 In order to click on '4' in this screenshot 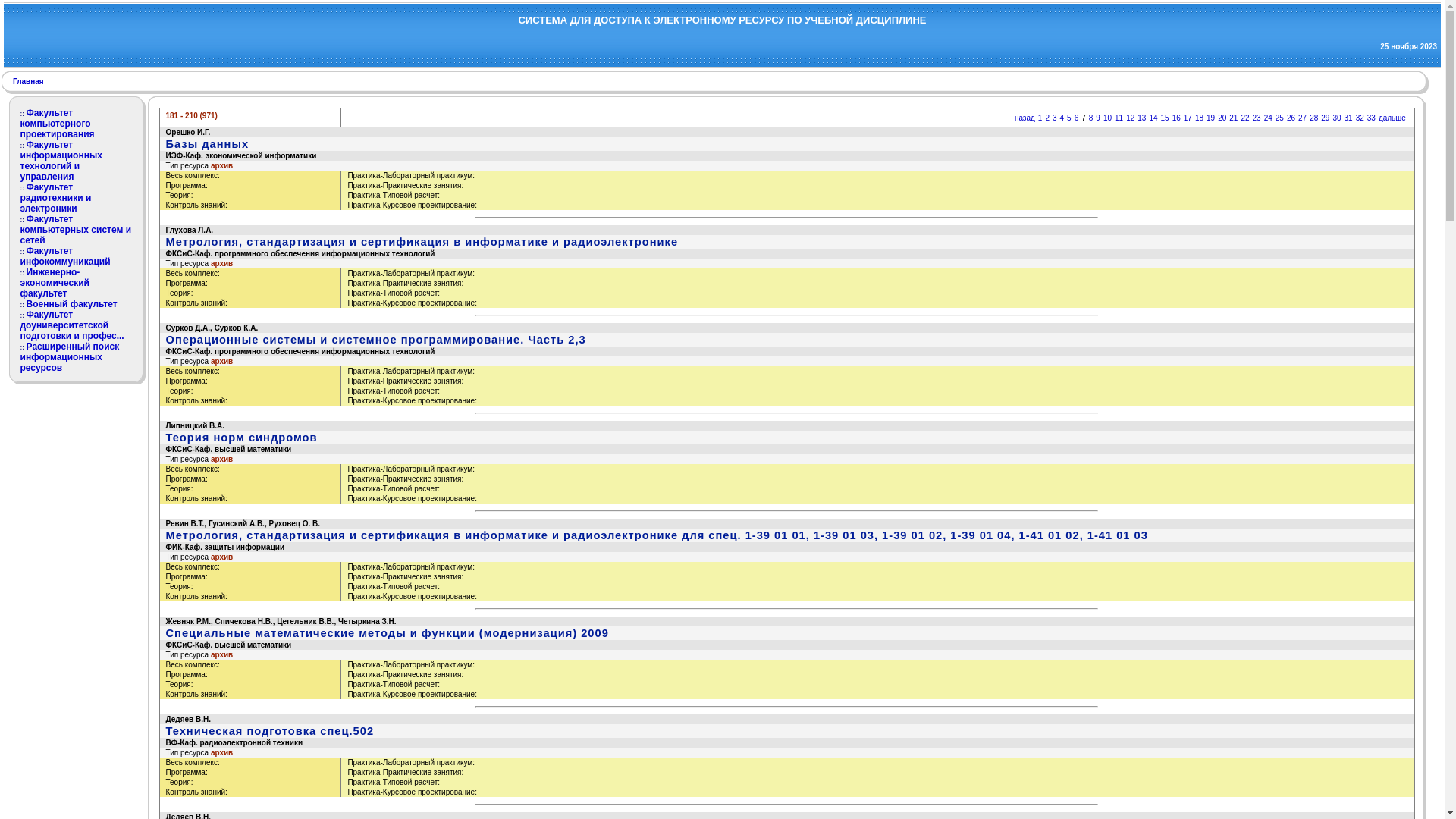, I will do `click(1062, 117)`.